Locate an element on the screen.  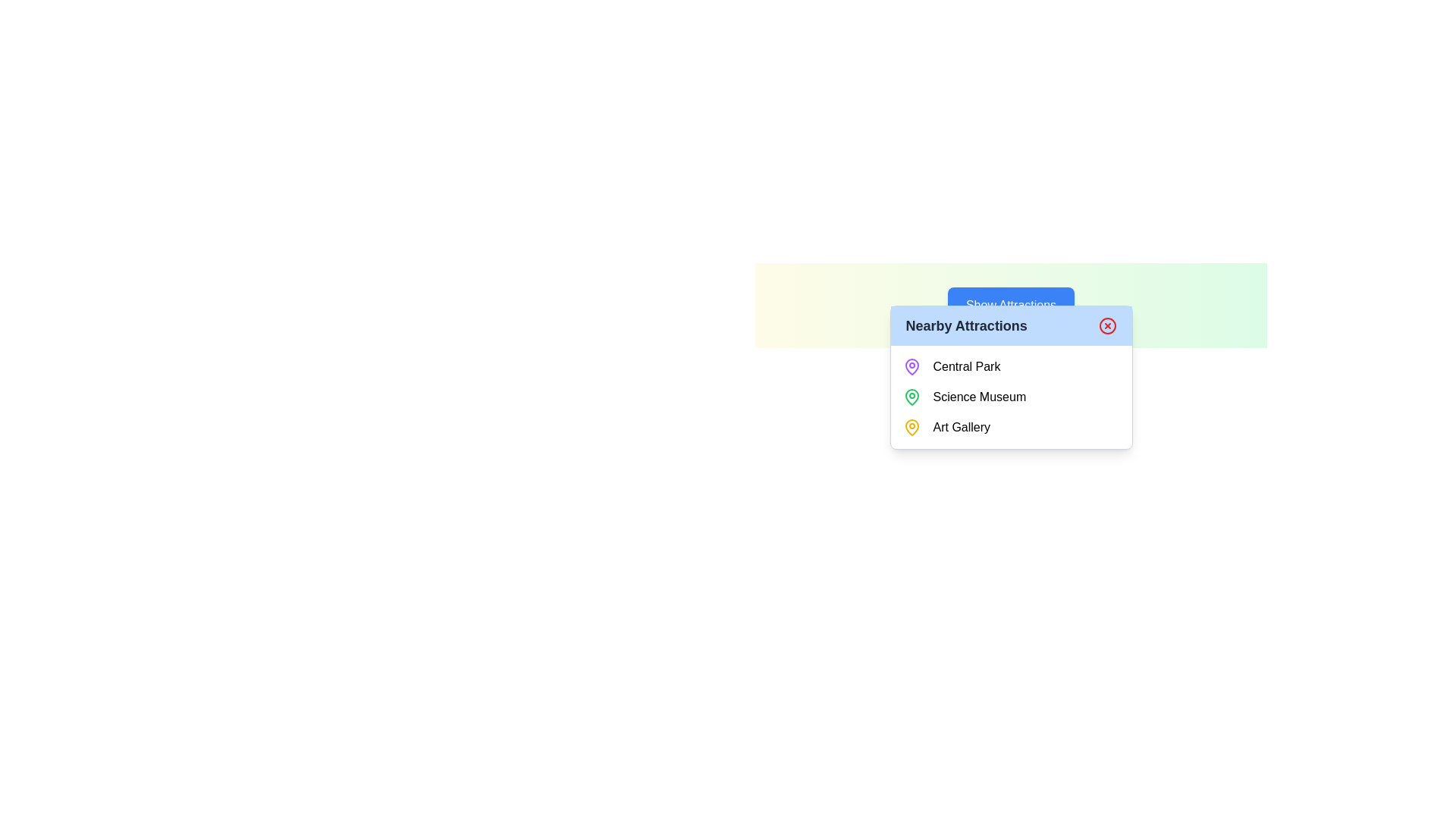
the rectangular button with rounded corners that has a blue background and white text reading 'Show Attractions' is located at coordinates (1011, 305).